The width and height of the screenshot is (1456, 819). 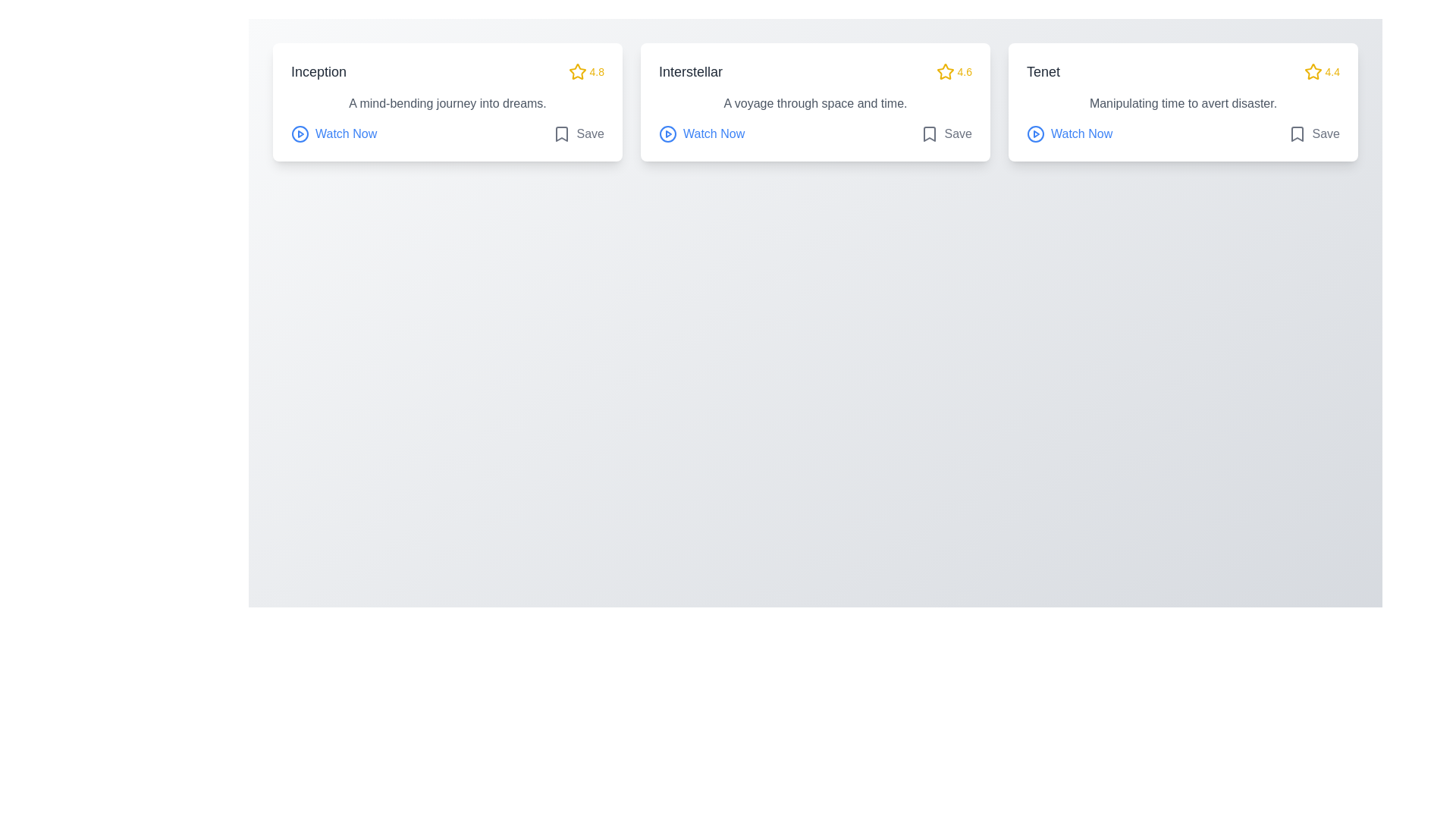 I want to click on the bookmarking icon located within the 'Inception' card, adjacent to the 'Save' text label, so click(x=560, y=133).